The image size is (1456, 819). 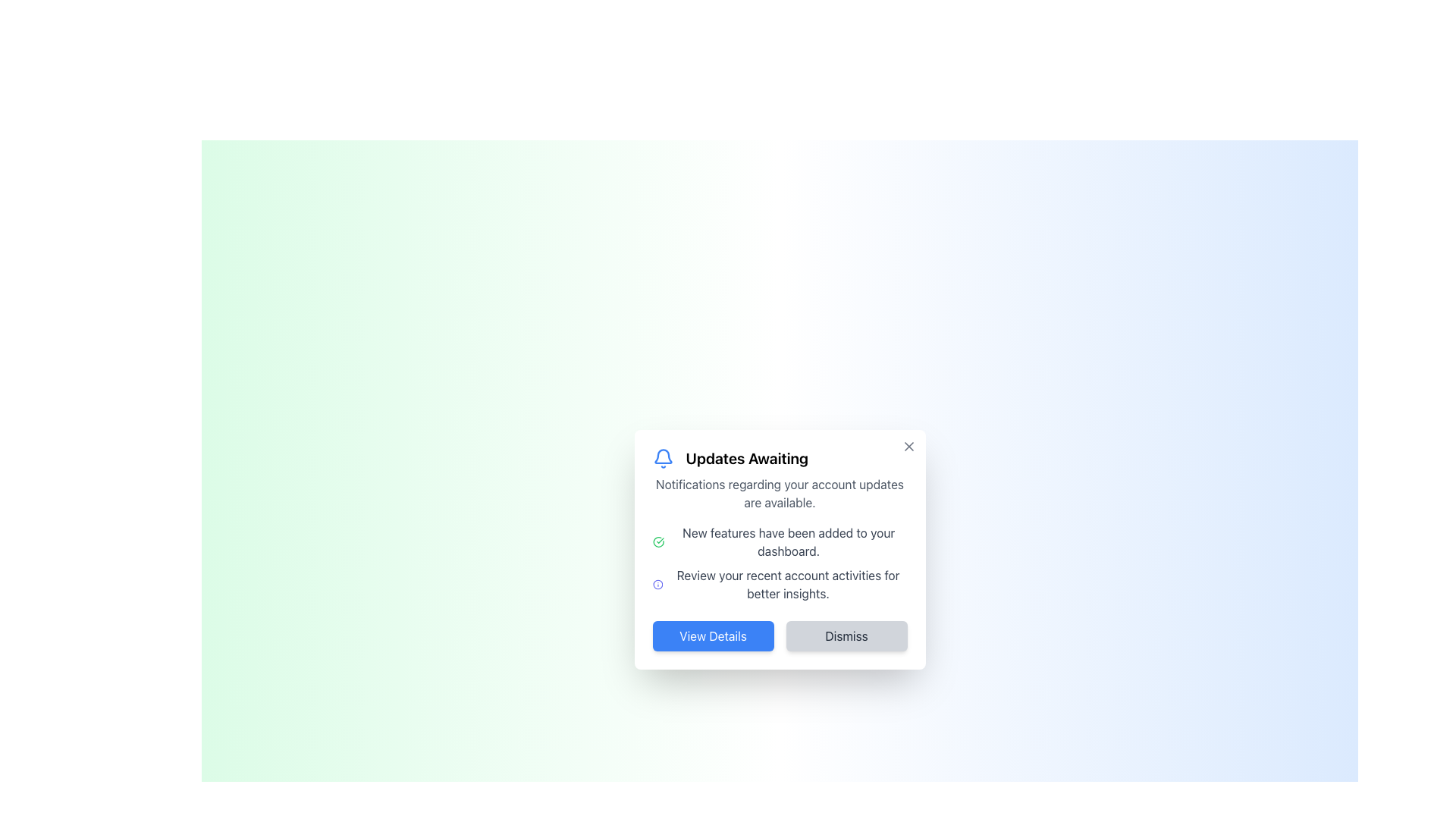 What do you see at coordinates (747, 458) in the screenshot?
I see `text of the heading styled in bold and large font that displays 'Updates Awaiting', located next to the blue notification icon in the top section of a modal-like component` at bounding box center [747, 458].